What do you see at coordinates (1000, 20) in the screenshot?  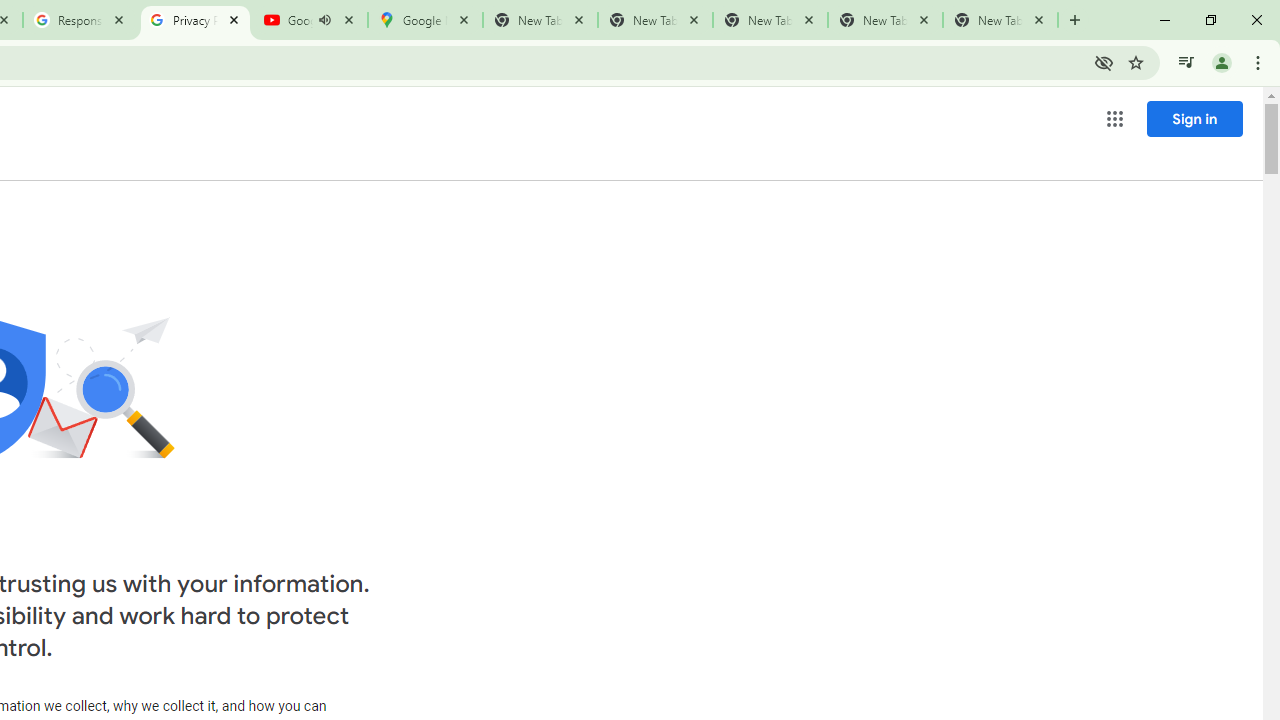 I see `'New Tab'` at bounding box center [1000, 20].